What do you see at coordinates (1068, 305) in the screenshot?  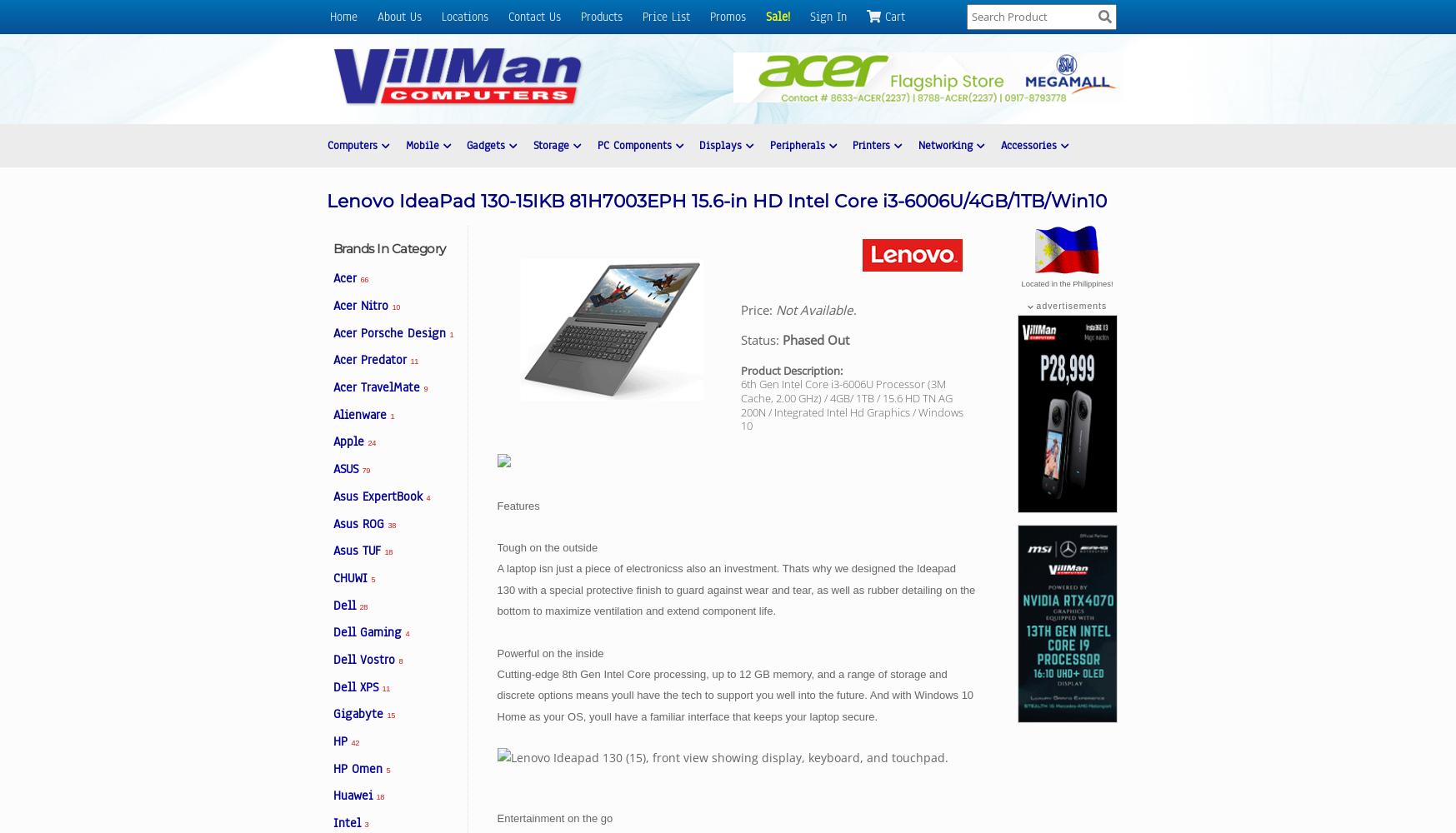 I see `'advertisements'` at bounding box center [1068, 305].